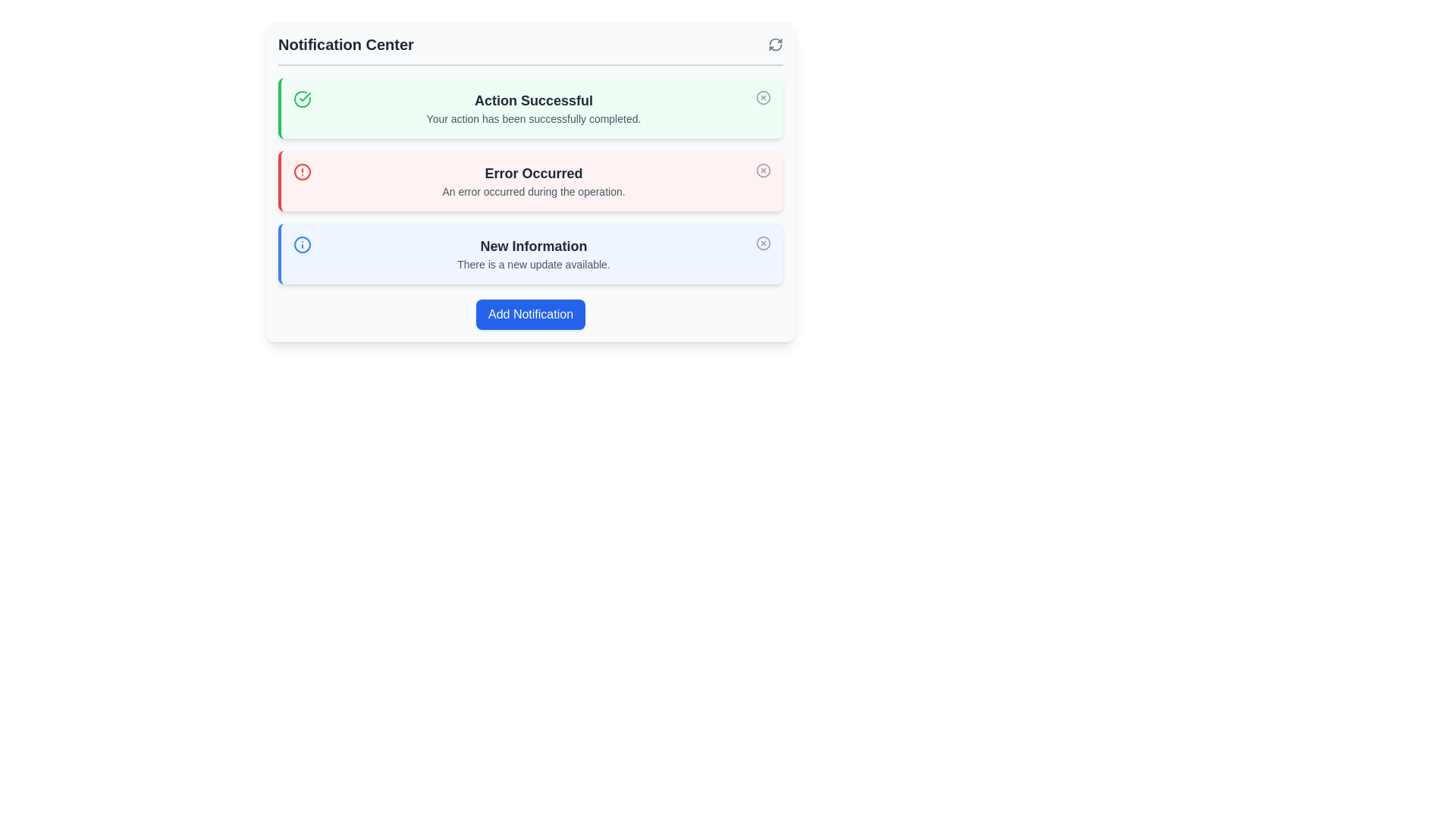 Image resolution: width=1456 pixels, height=819 pixels. What do you see at coordinates (764, 96) in the screenshot?
I see `the circular SVG element located in the top-right corner of the 'Action Successful' notification card` at bounding box center [764, 96].